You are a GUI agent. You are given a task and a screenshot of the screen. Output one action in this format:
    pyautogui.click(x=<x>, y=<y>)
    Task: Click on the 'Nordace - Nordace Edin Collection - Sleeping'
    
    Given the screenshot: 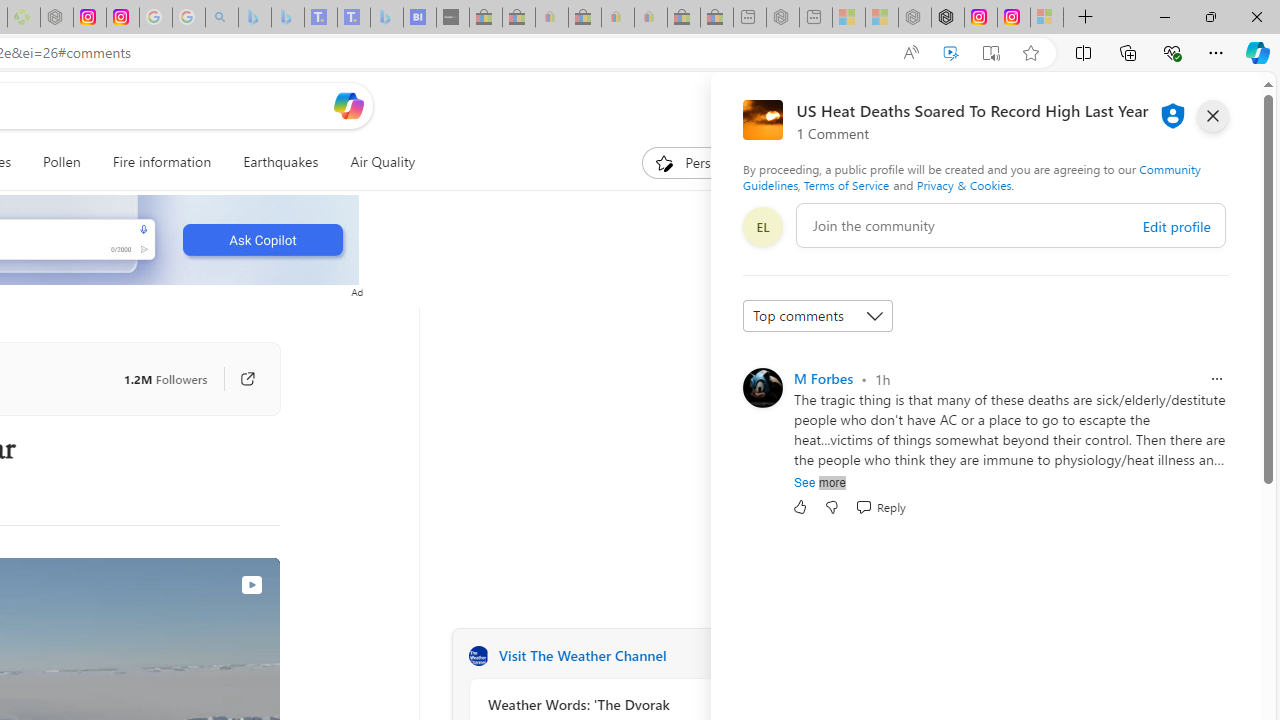 What is the action you would take?
    pyautogui.click(x=56, y=17)
    